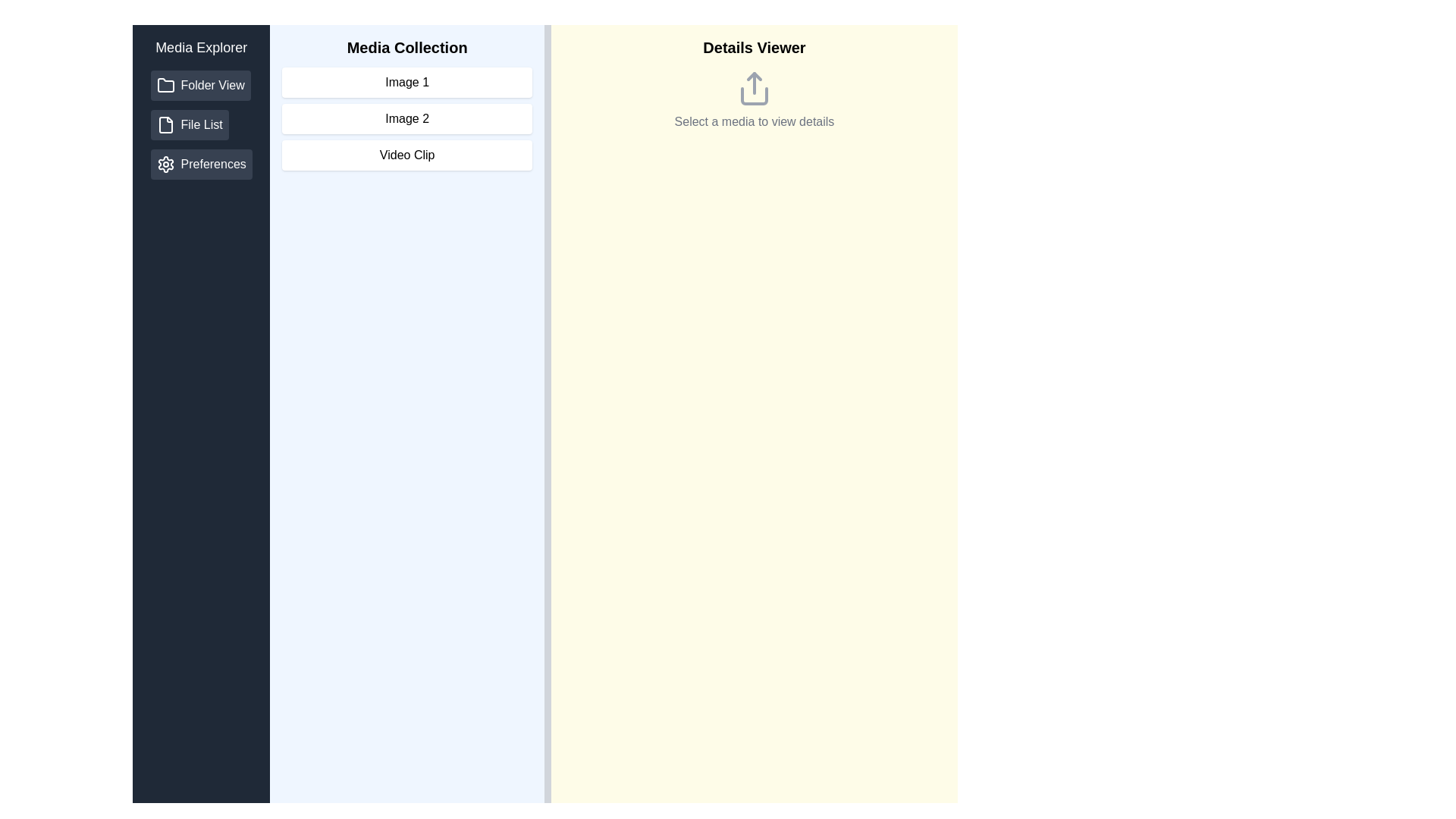 The height and width of the screenshot is (819, 1456). What do you see at coordinates (165, 164) in the screenshot?
I see `the gear icon for settings located in the left sidebar next to the 'Preferences' label` at bounding box center [165, 164].